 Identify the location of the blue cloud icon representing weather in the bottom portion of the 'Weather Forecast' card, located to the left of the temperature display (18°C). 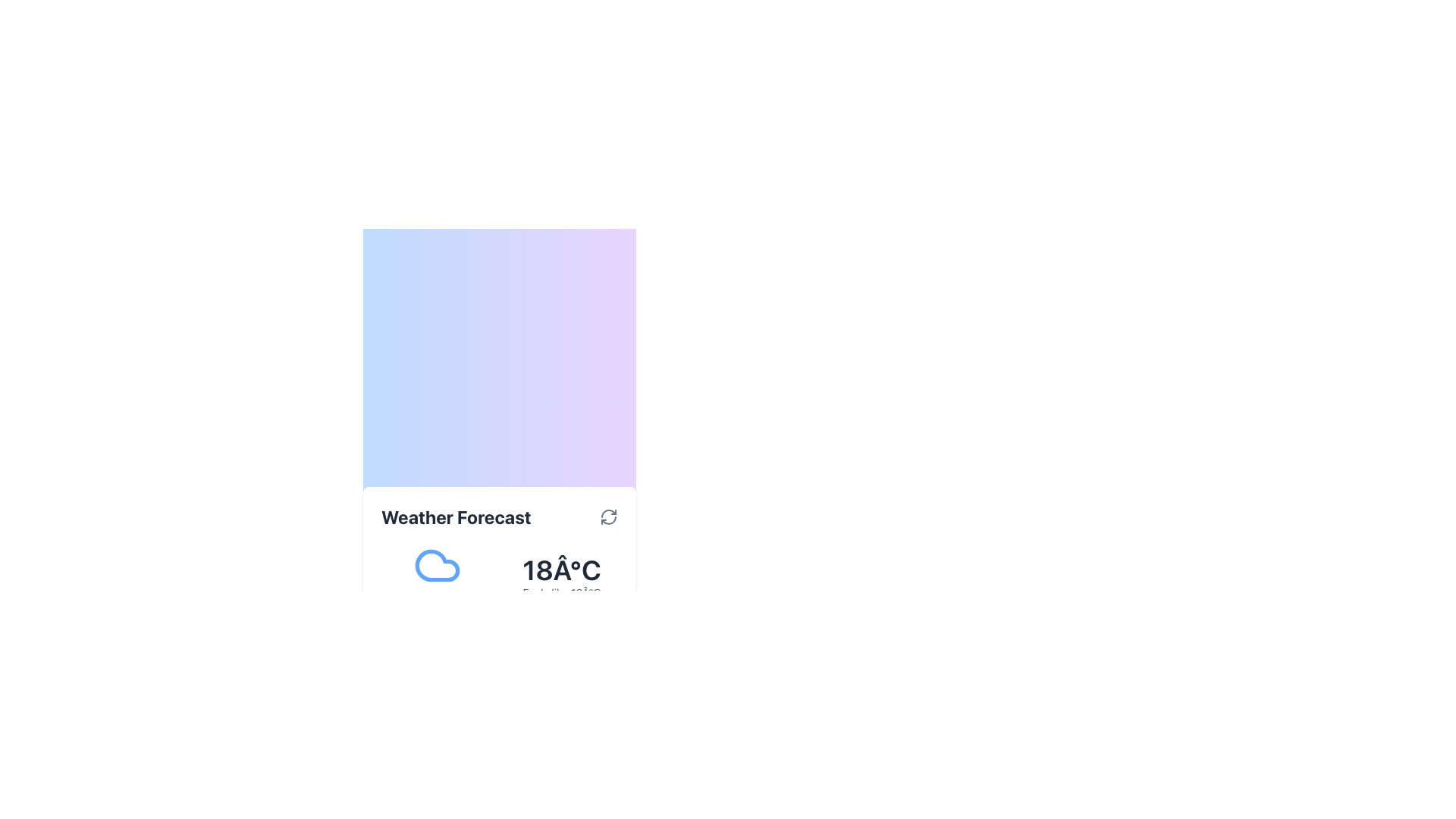
(436, 565).